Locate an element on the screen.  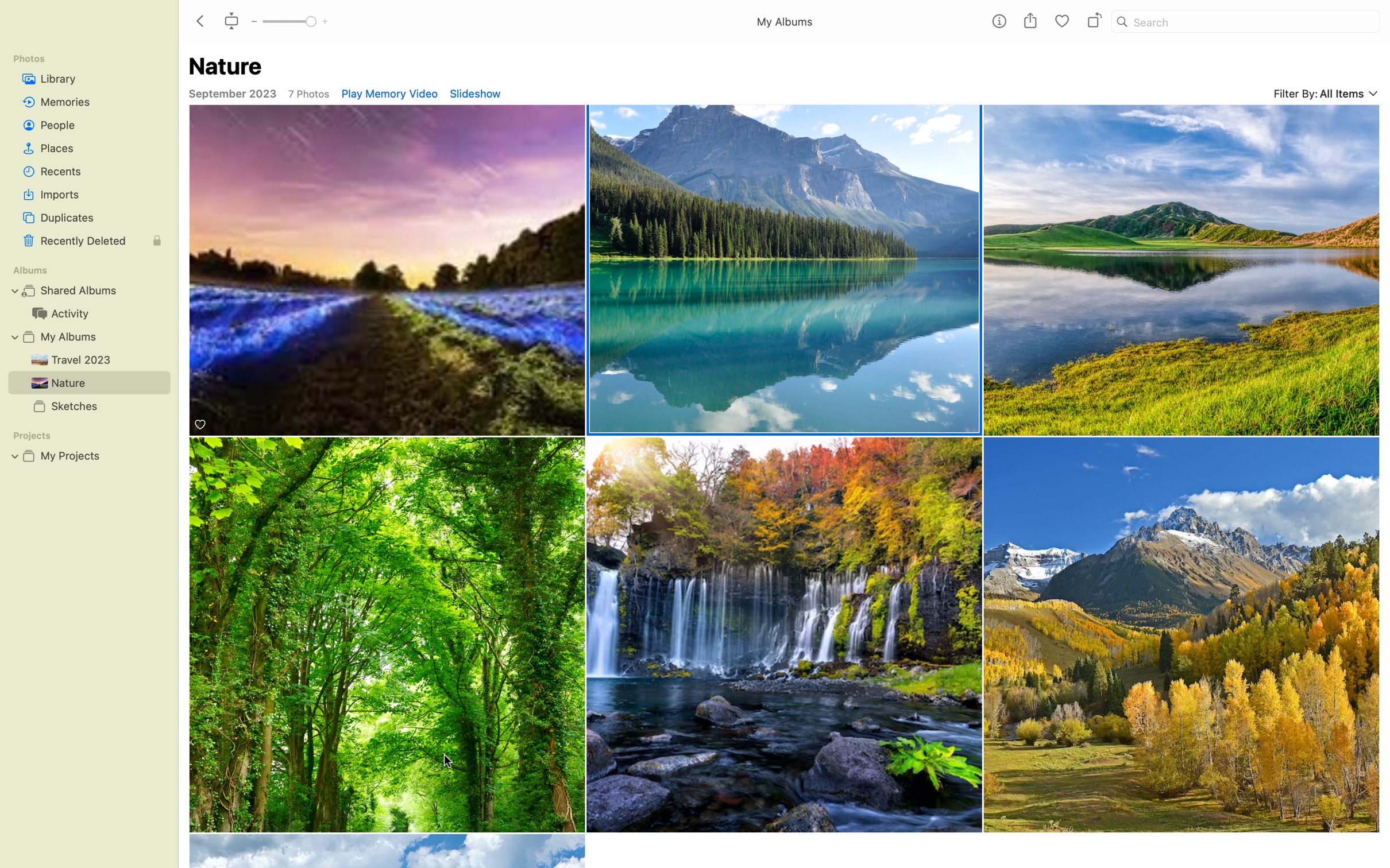
Scroll down to the top of the page is located at coordinates (2639610, 1022504).